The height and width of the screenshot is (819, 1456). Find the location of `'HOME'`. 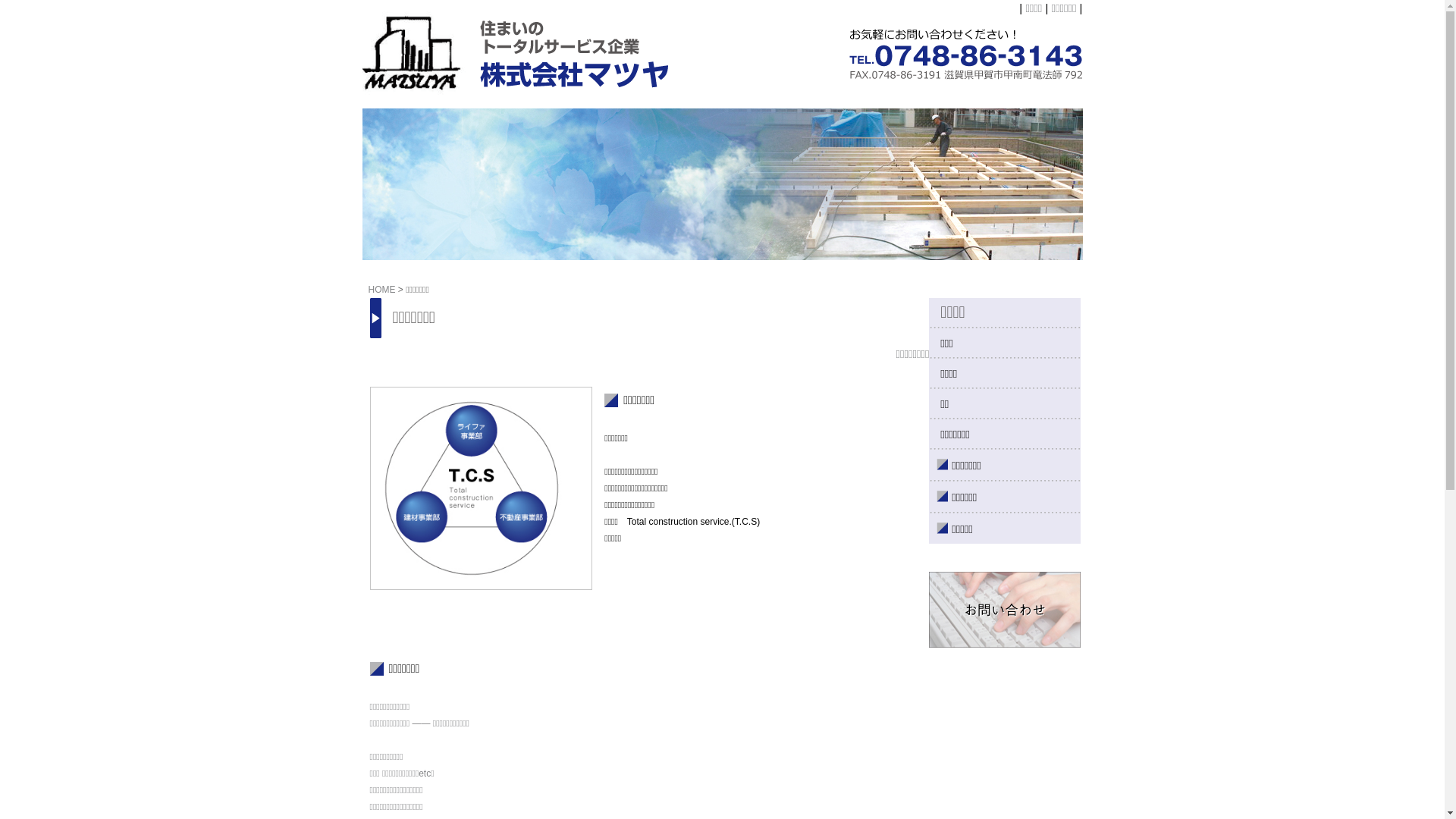

'HOME' is located at coordinates (382, 289).